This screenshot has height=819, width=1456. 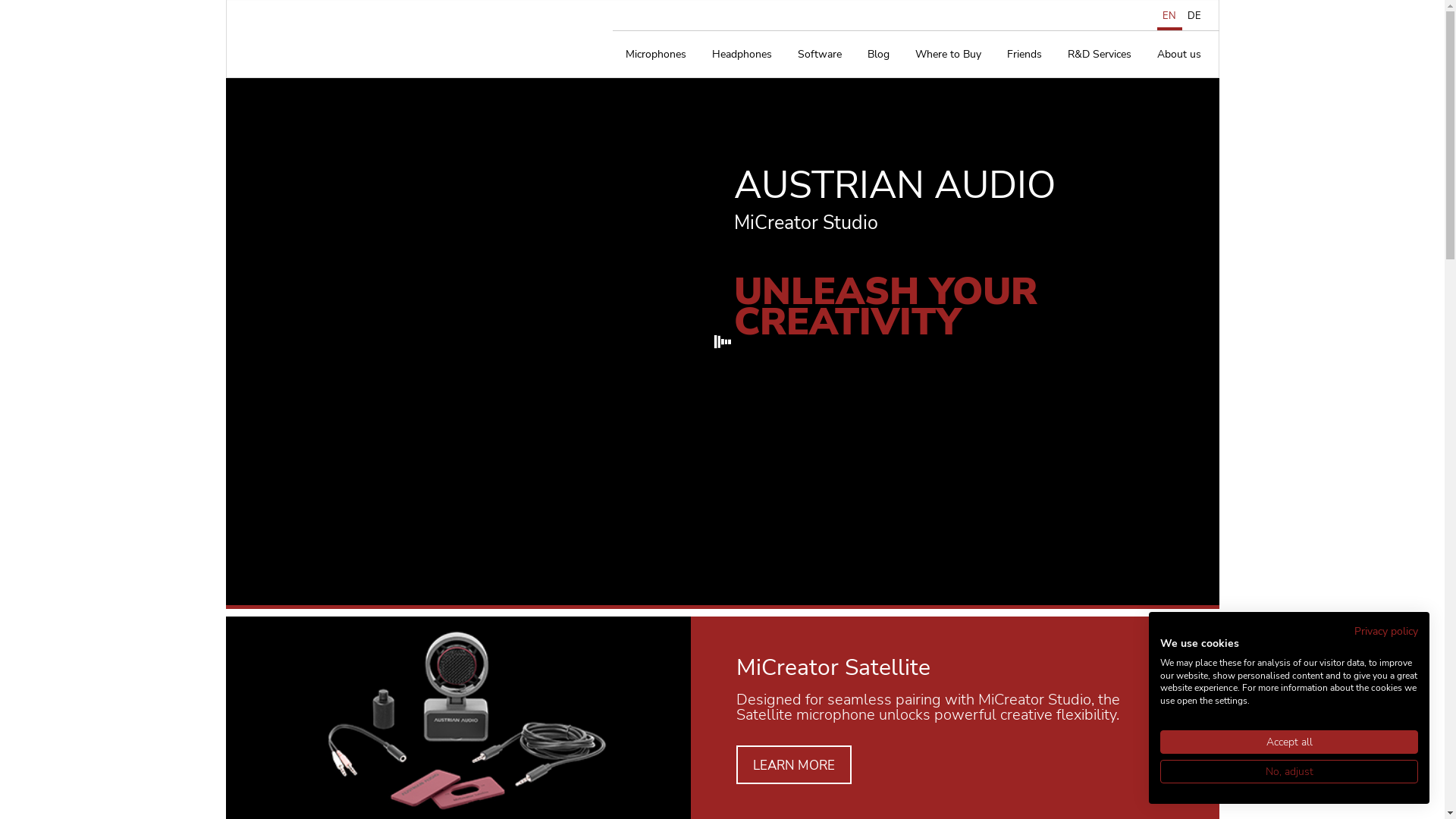 What do you see at coordinates (1099, 54) in the screenshot?
I see `'R&D Services'` at bounding box center [1099, 54].